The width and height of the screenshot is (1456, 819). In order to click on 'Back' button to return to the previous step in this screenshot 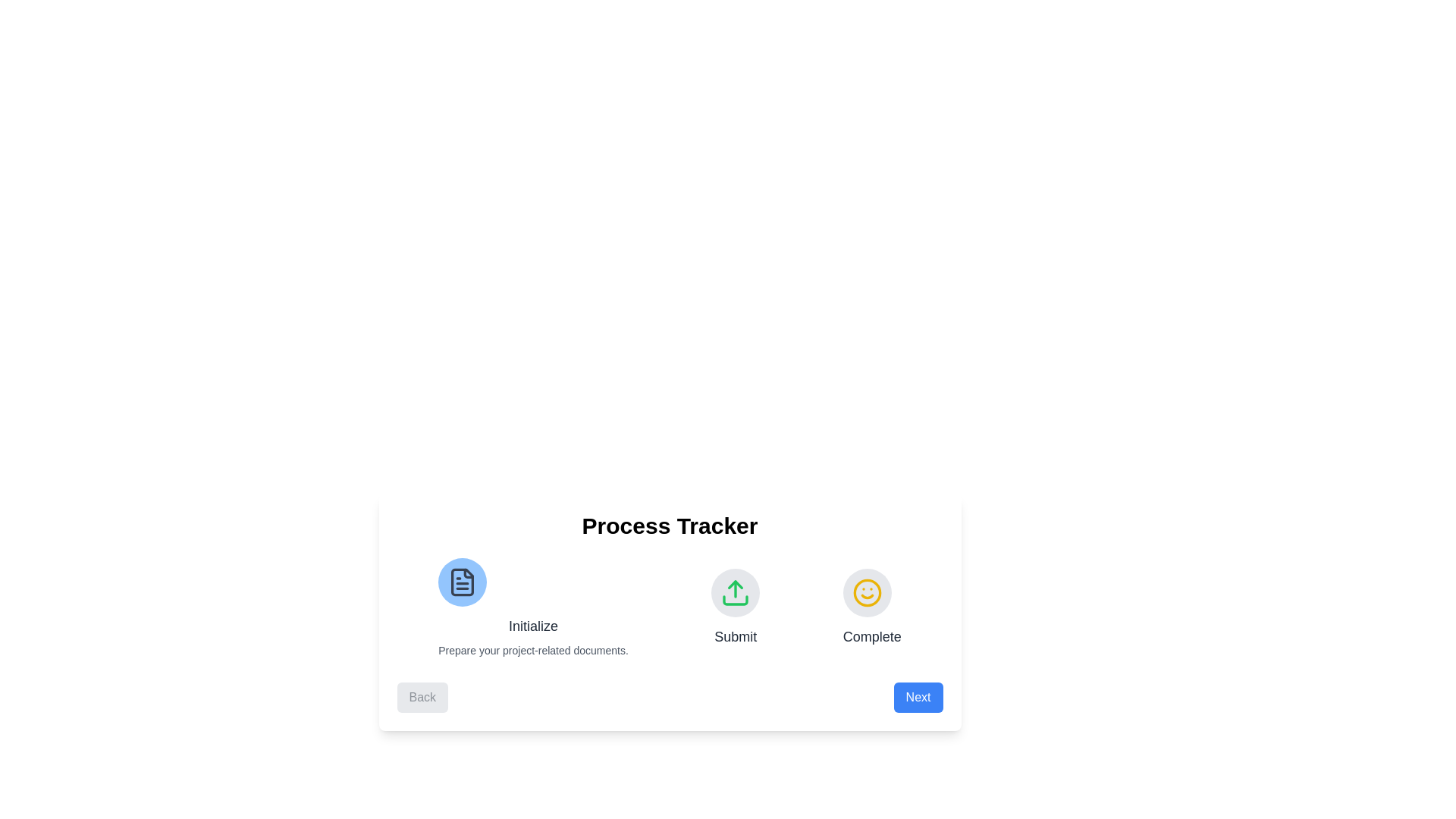, I will do `click(422, 698)`.